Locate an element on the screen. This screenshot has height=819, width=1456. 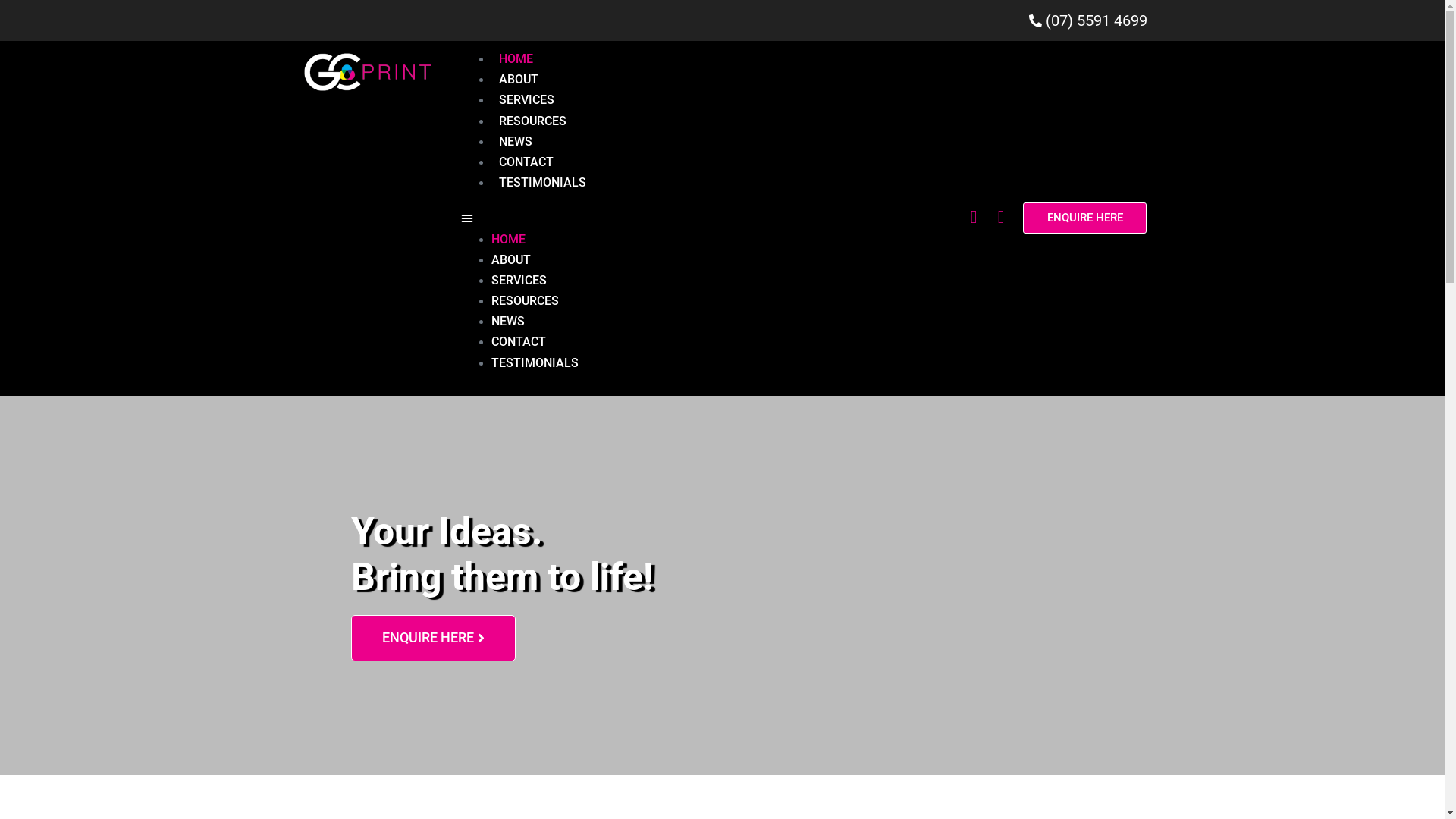
'ABOUT' is located at coordinates (510, 259).